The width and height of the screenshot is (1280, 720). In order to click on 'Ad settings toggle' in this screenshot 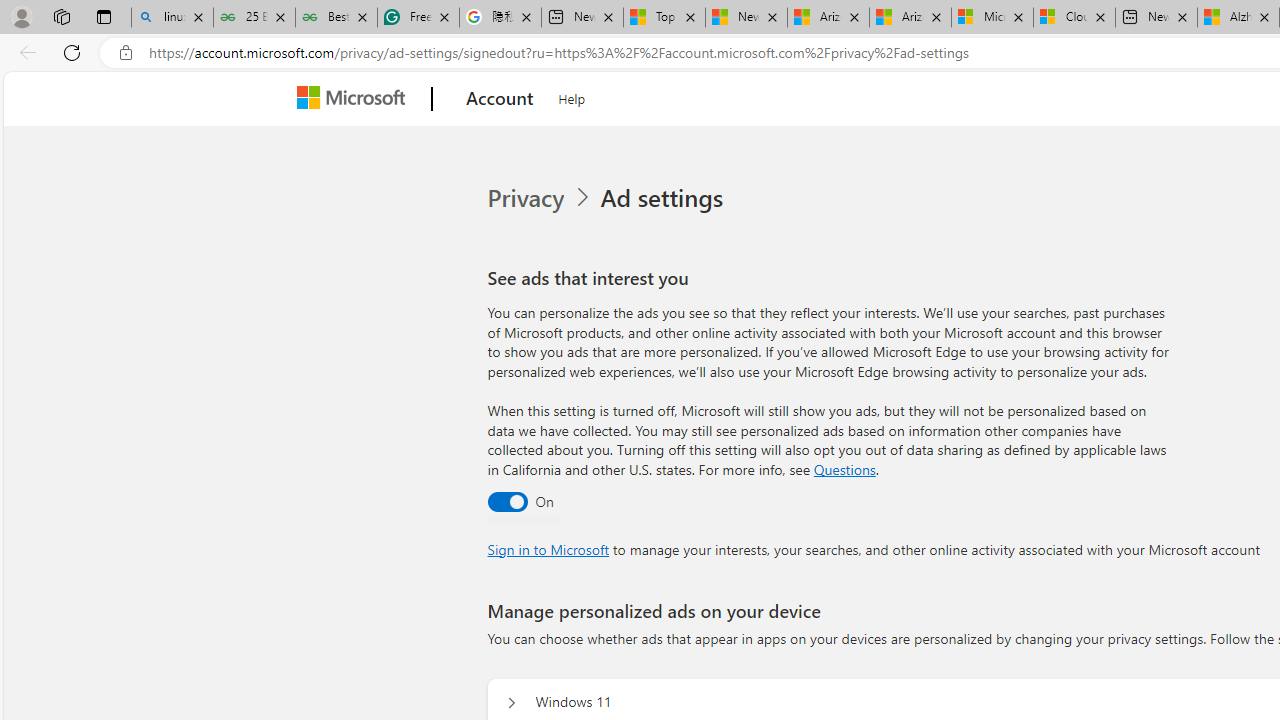, I will do `click(506, 500)`.